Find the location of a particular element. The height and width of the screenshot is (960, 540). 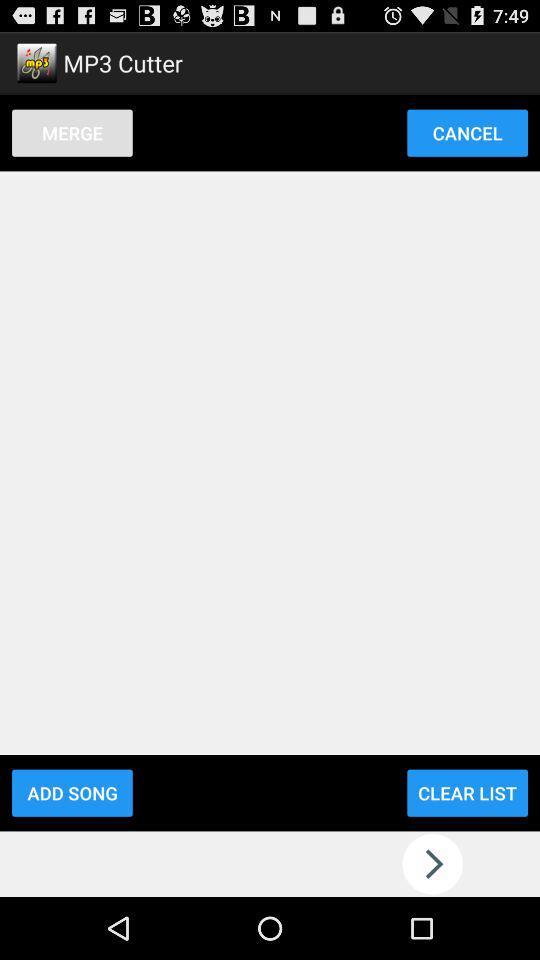

the button above the clear list is located at coordinates (467, 131).